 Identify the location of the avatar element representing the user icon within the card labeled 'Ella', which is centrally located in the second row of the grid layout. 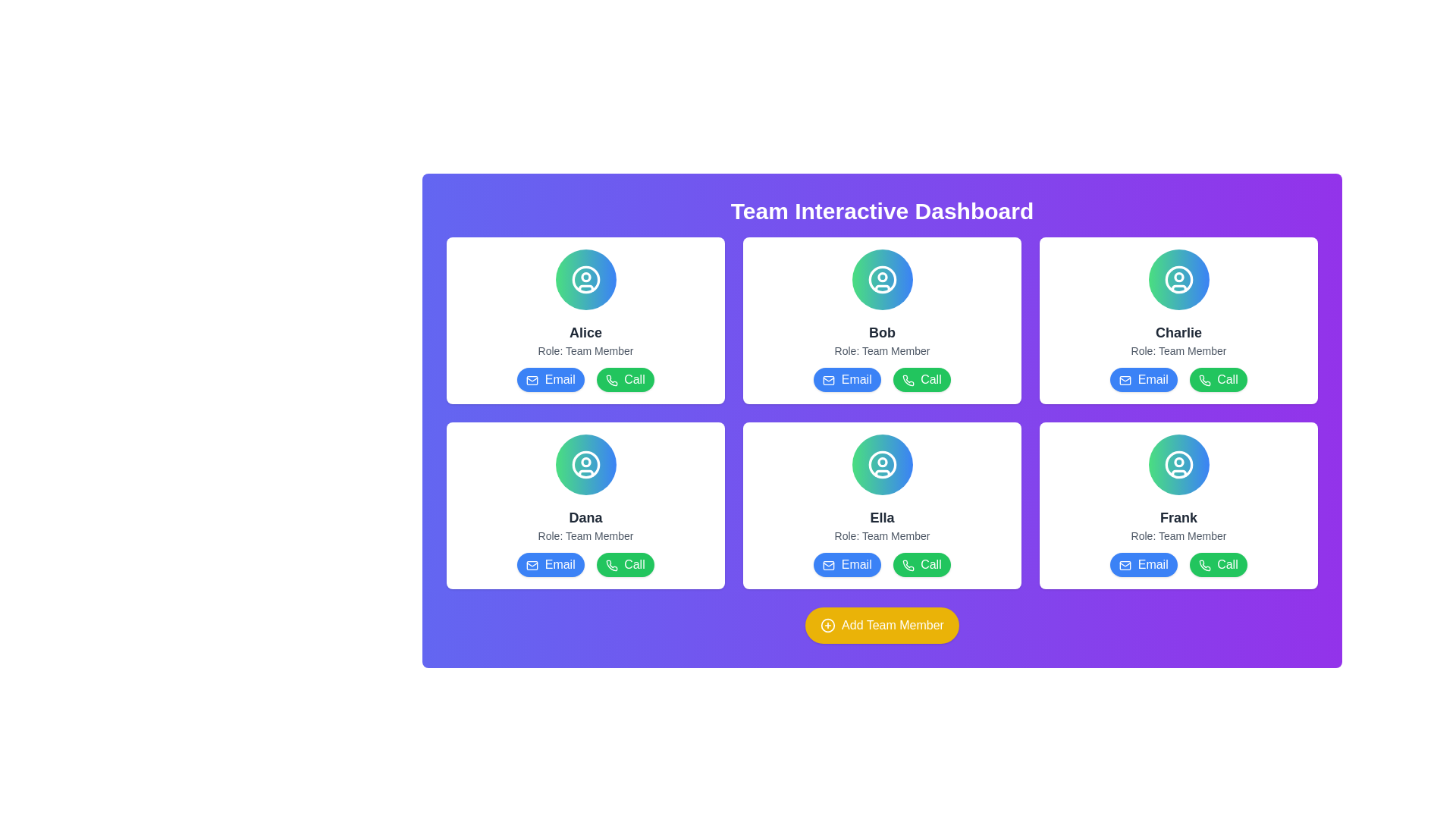
(882, 464).